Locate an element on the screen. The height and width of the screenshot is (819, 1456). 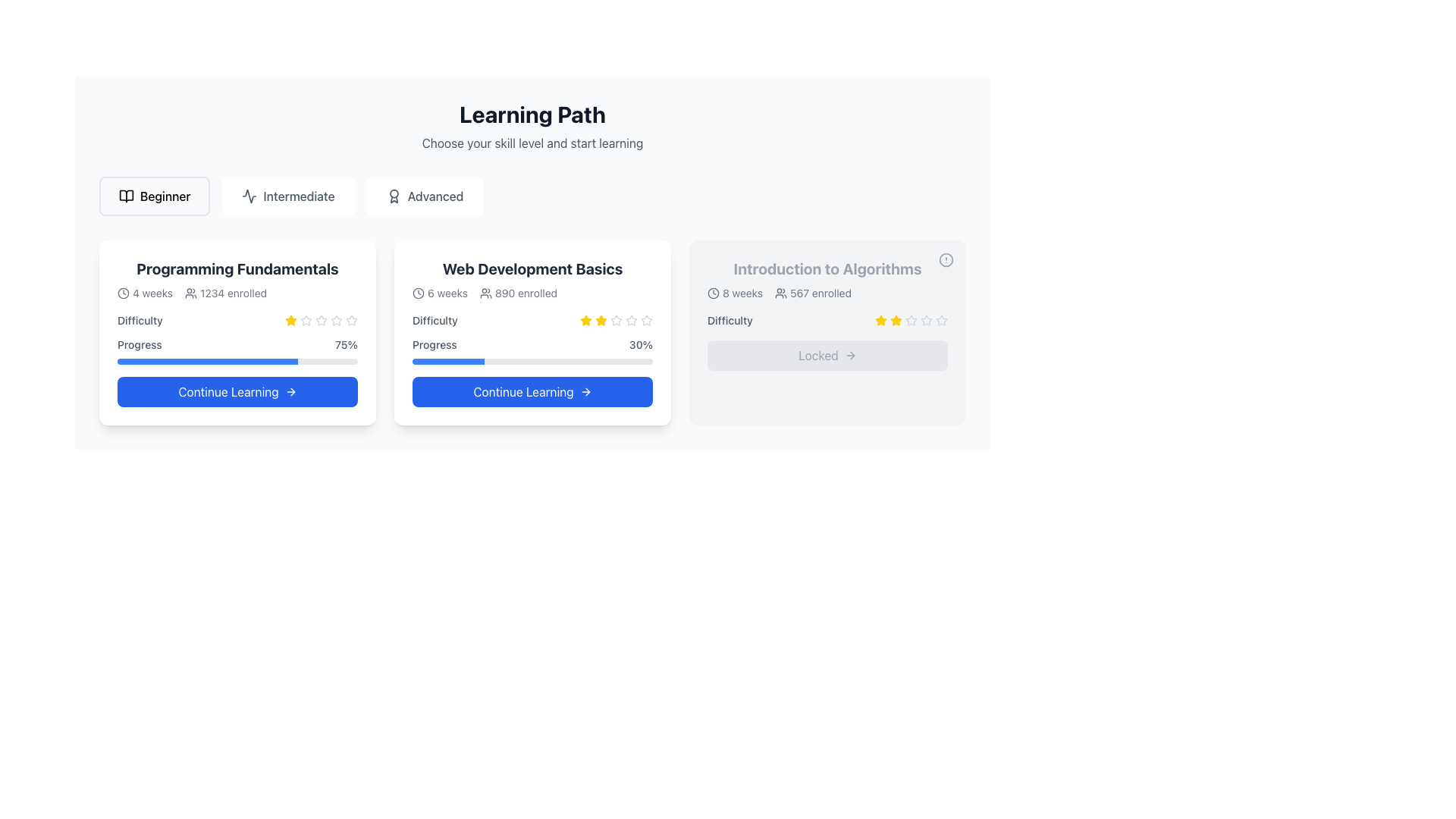
the decorative award icon in the 'Advanced' section header, which is styled with a circular ribbon design and rendered in dark gray is located at coordinates (394, 195).